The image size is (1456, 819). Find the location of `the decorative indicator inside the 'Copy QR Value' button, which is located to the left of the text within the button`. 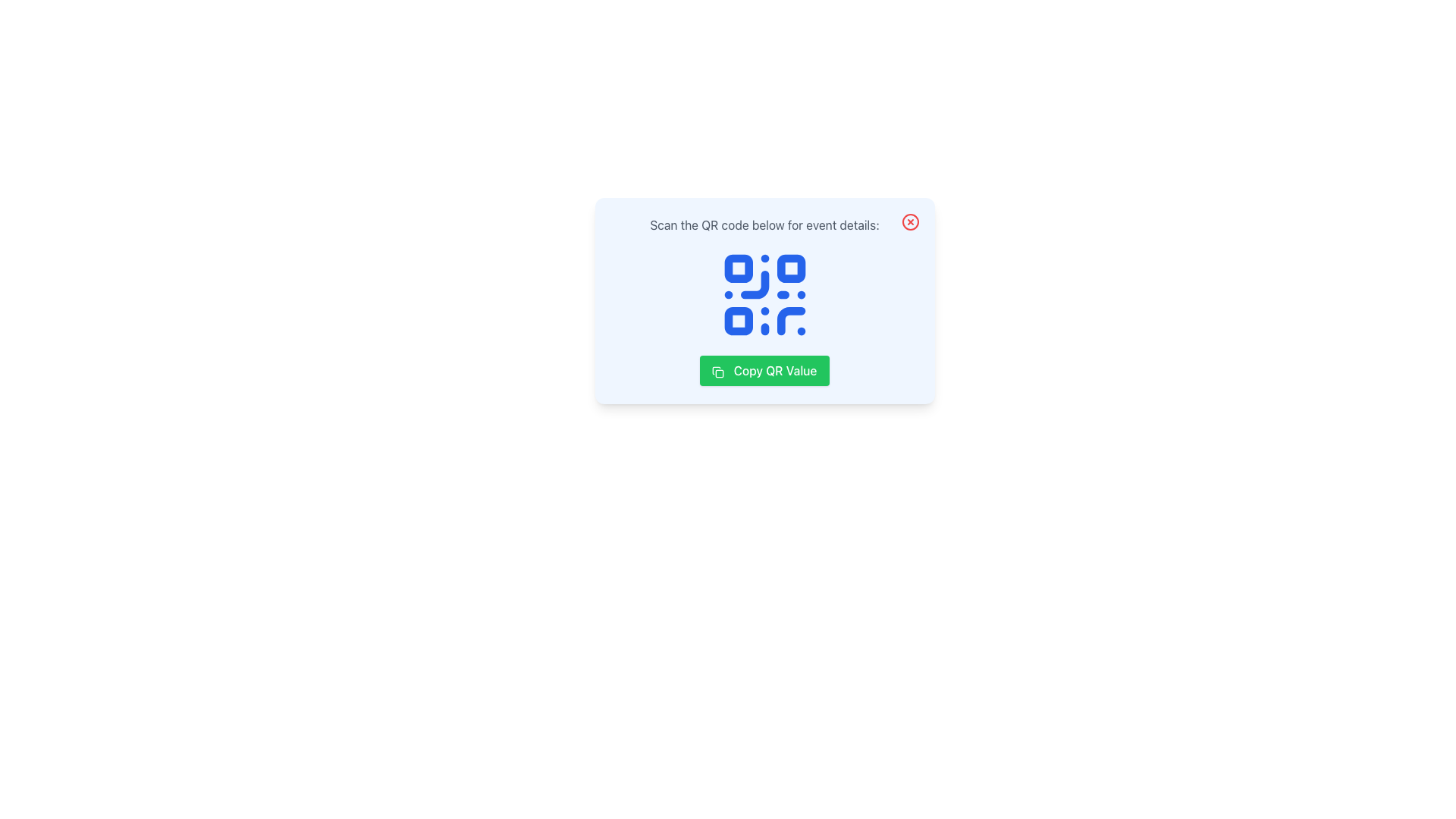

the decorative indicator inside the 'Copy QR Value' button, which is located to the left of the text within the button is located at coordinates (717, 372).